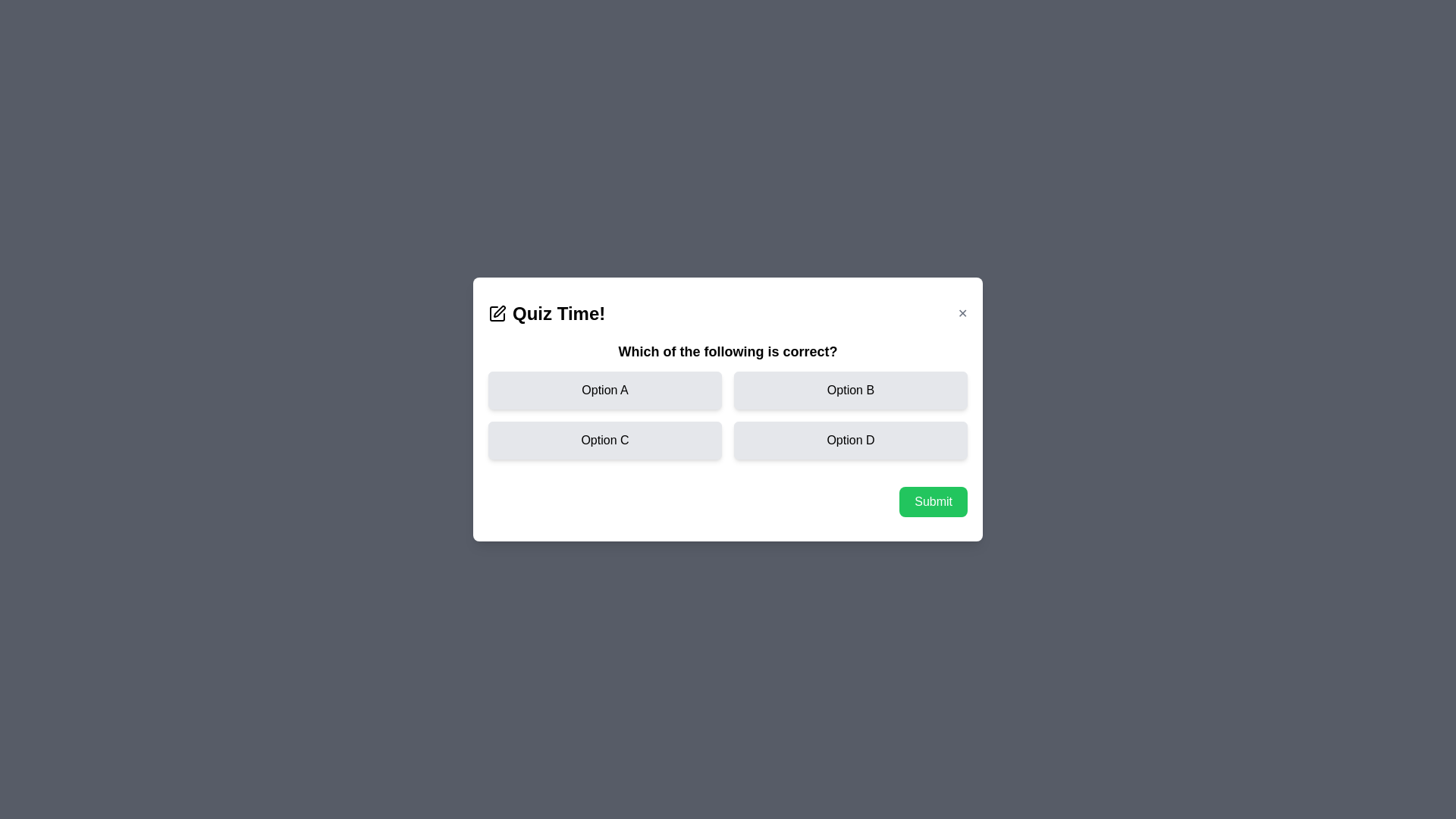  Describe the element at coordinates (962, 312) in the screenshot. I see `the close button in the top-right corner of the dialog` at that location.